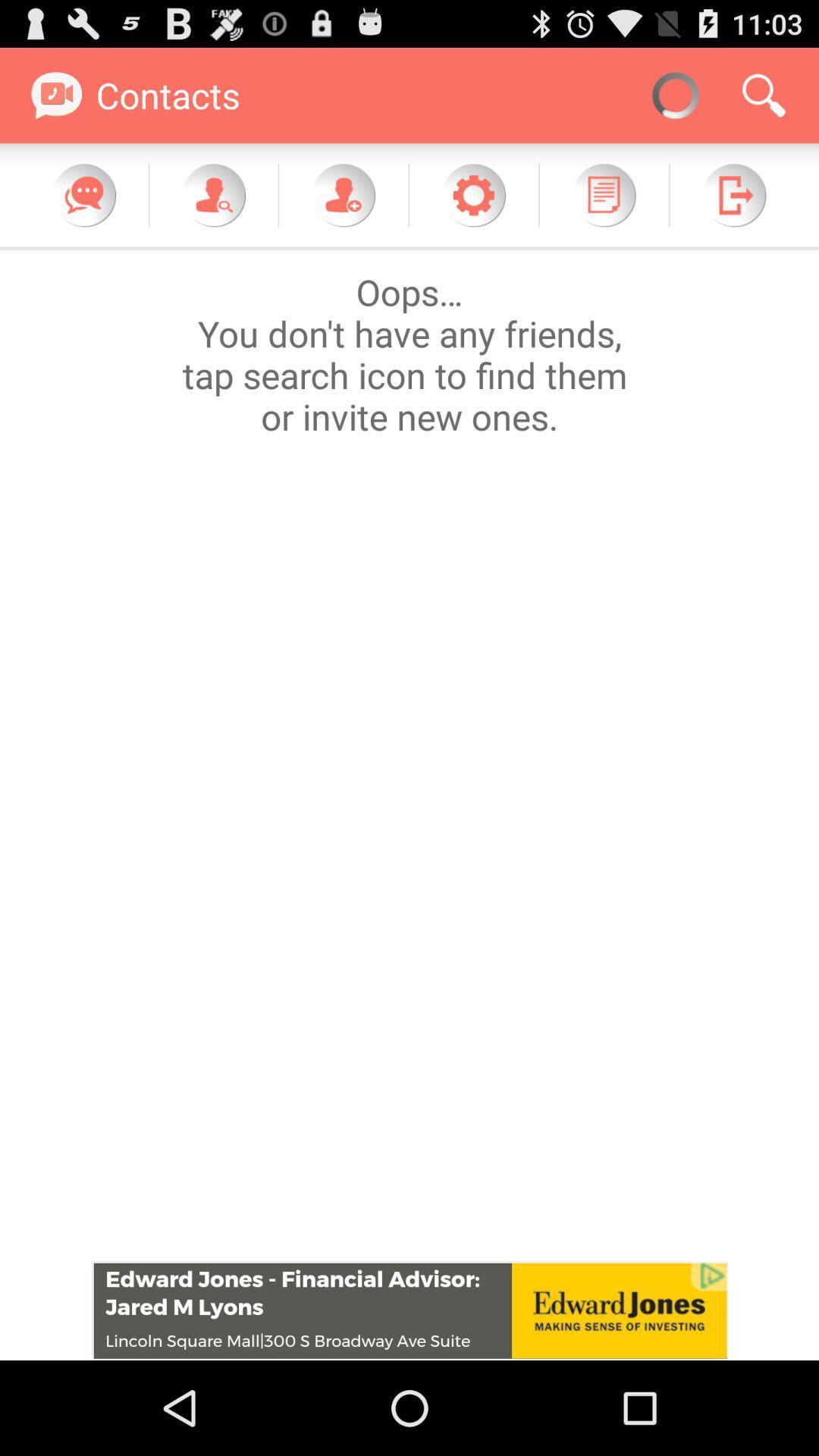  I want to click on search for contact, so click(213, 194).